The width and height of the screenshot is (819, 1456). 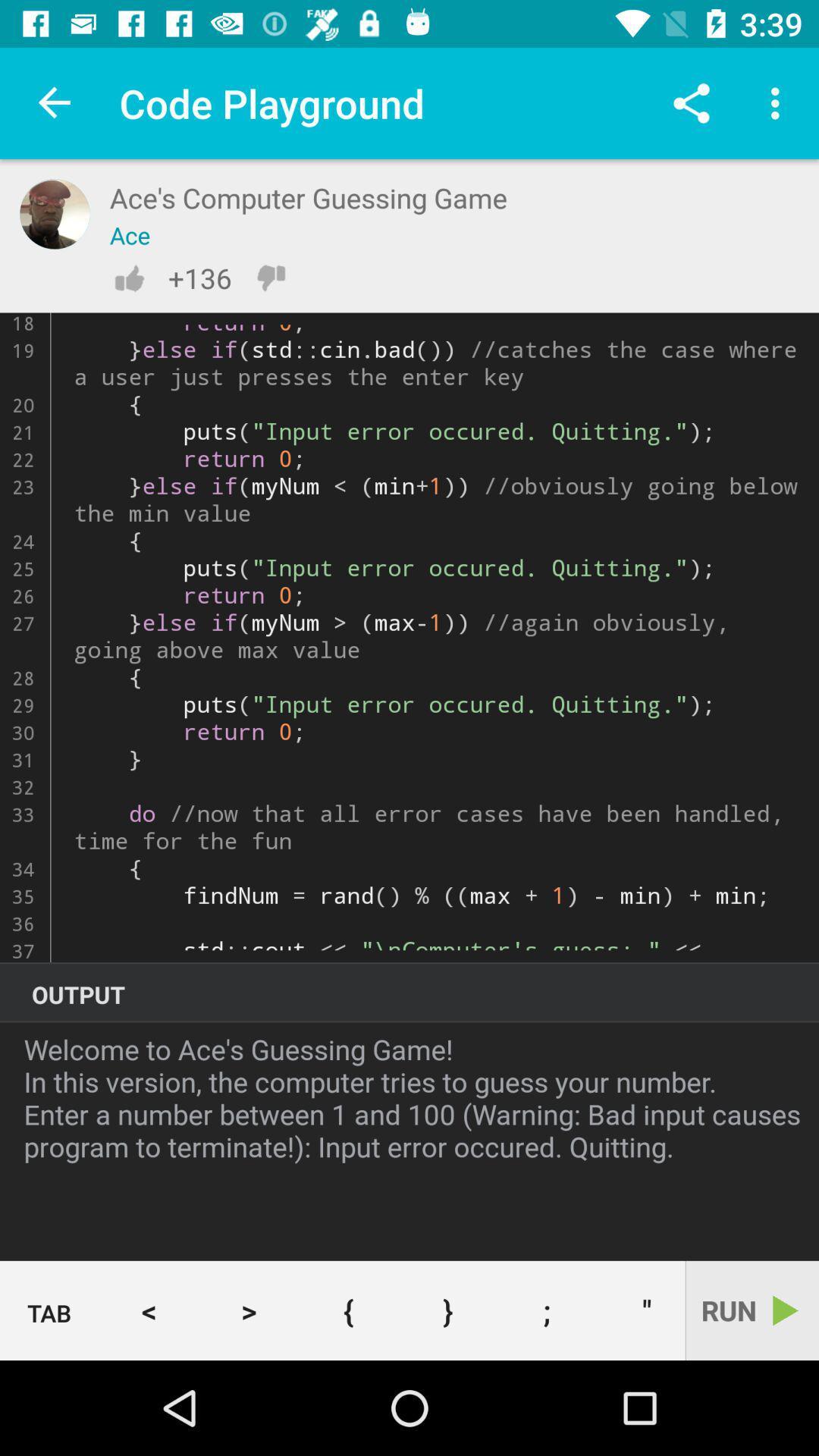 What do you see at coordinates (547, 1310) in the screenshot?
I see `the item to the right of }` at bounding box center [547, 1310].